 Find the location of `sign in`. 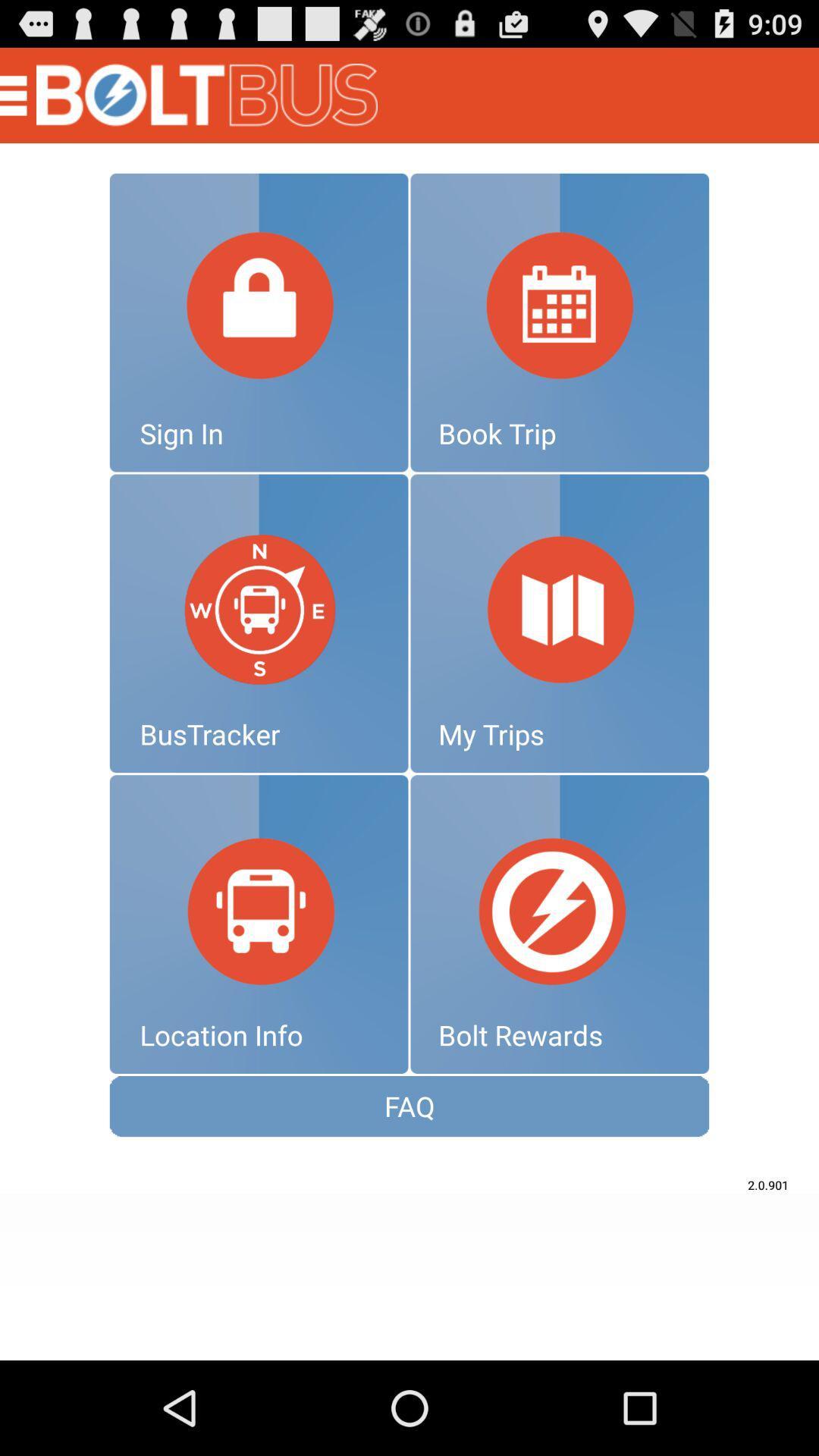

sign in is located at coordinates (258, 322).